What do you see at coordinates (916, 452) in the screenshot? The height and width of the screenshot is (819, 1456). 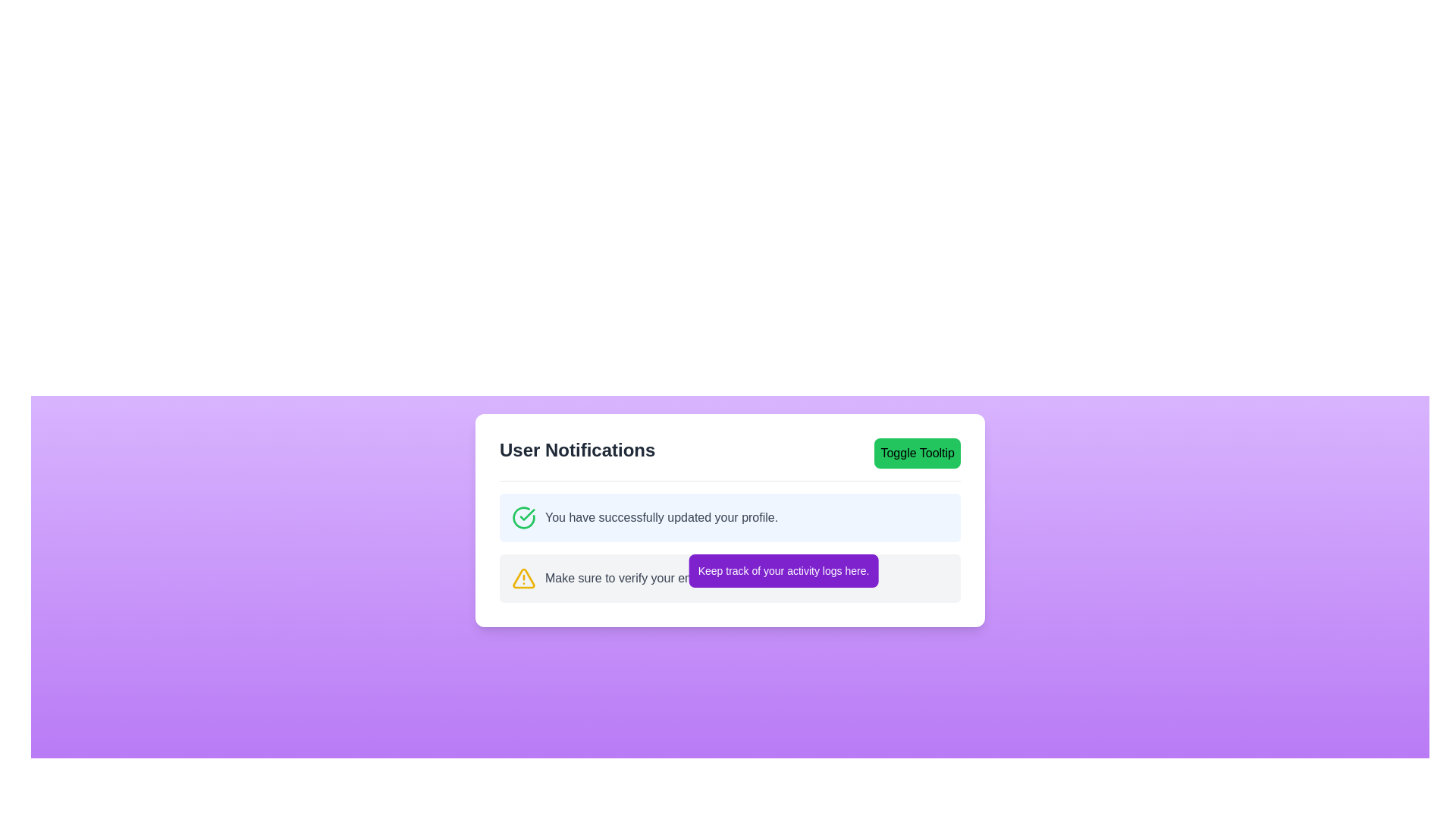 I see `the button located in the top-right corner of the 'User Notifications' section` at bounding box center [916, 452].